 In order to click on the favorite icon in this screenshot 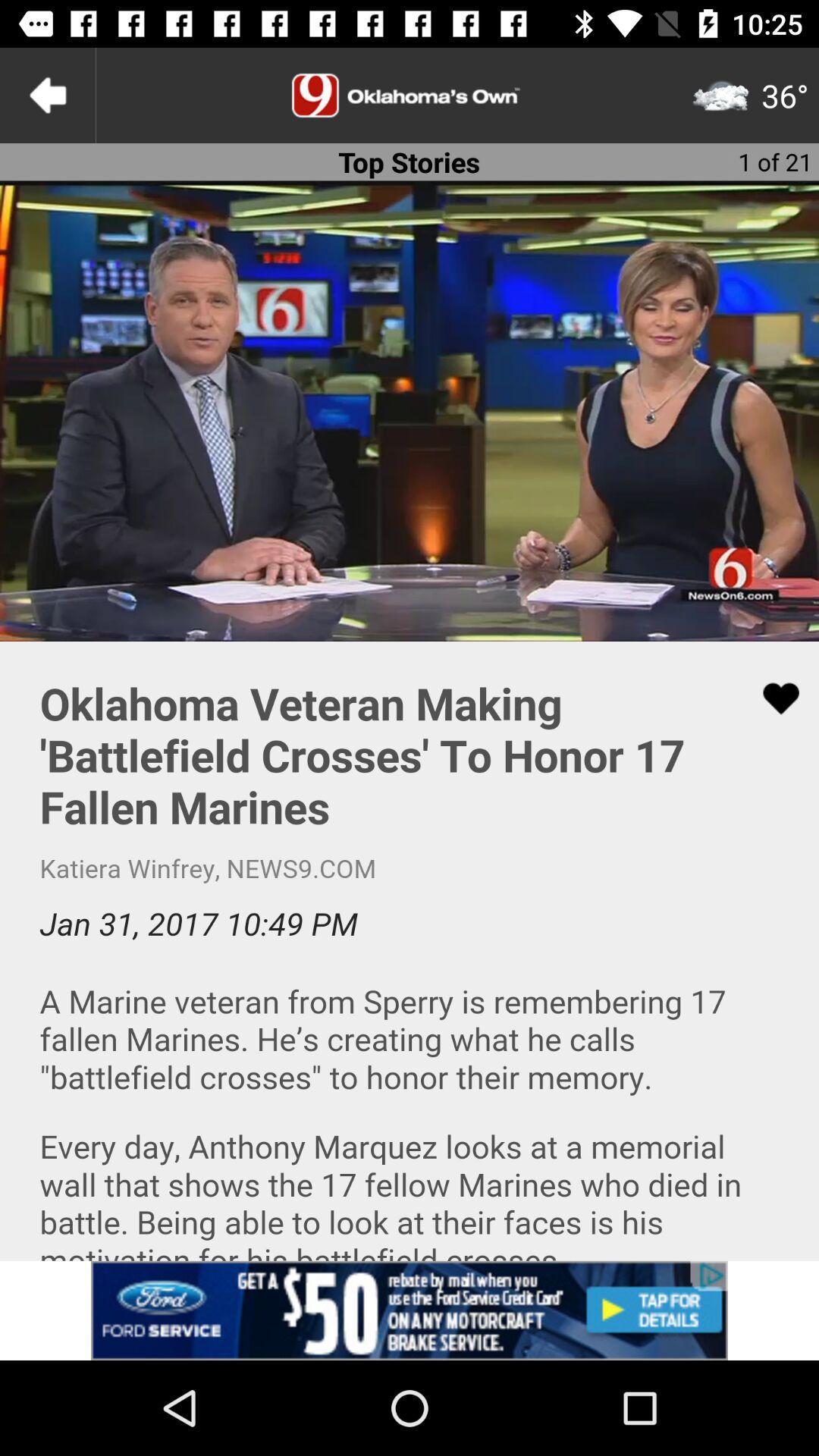, I will do `click(771, 698)`.